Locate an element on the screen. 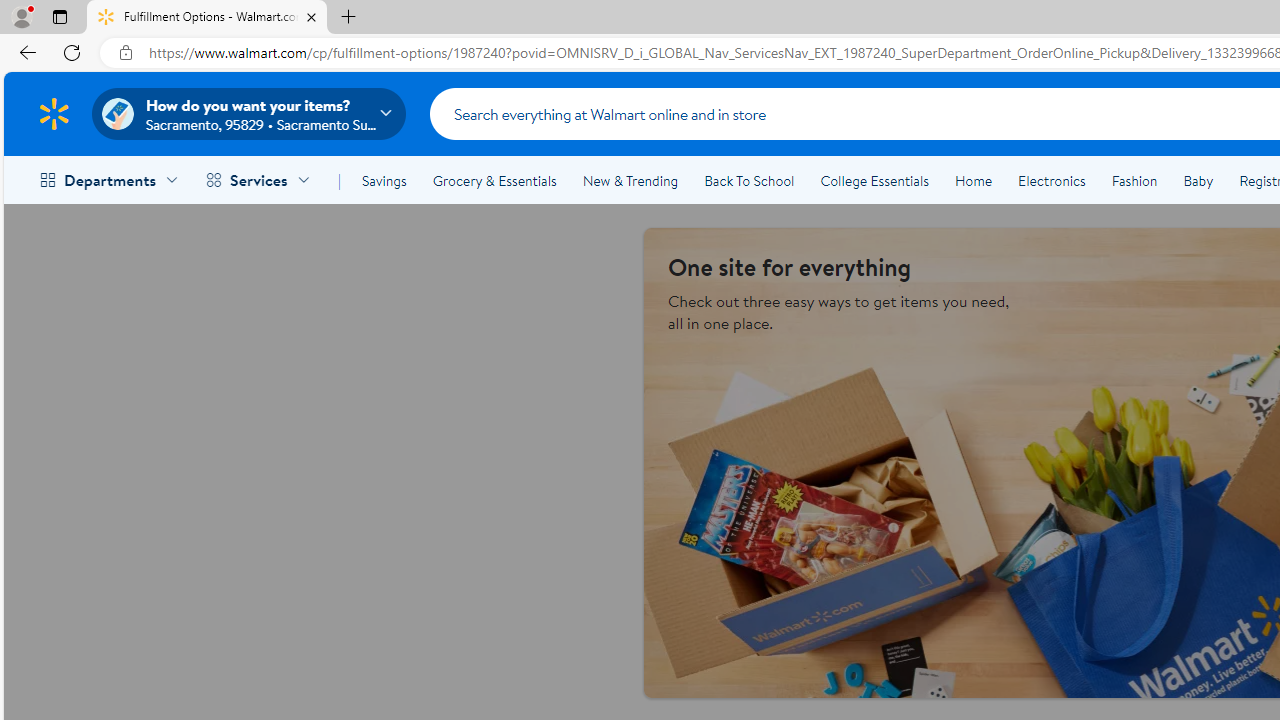 Image resolution: width=1280 pixels, height=720 pixels. 'New & Trending' is located at coordinates (630, 181).